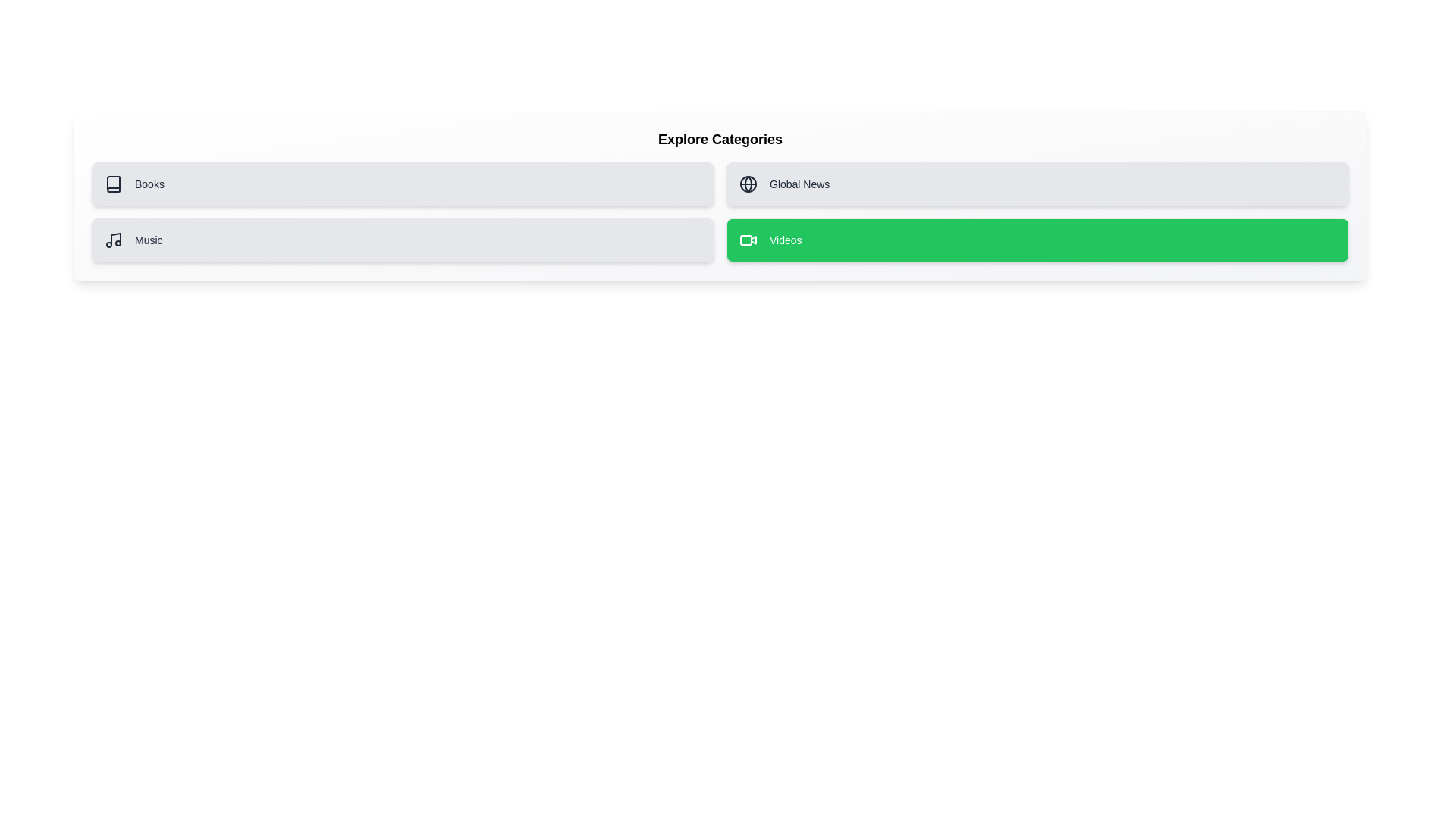 This screenshot has height=819, width=1456. I want to click on the card labeled Books, so click(403, 184).